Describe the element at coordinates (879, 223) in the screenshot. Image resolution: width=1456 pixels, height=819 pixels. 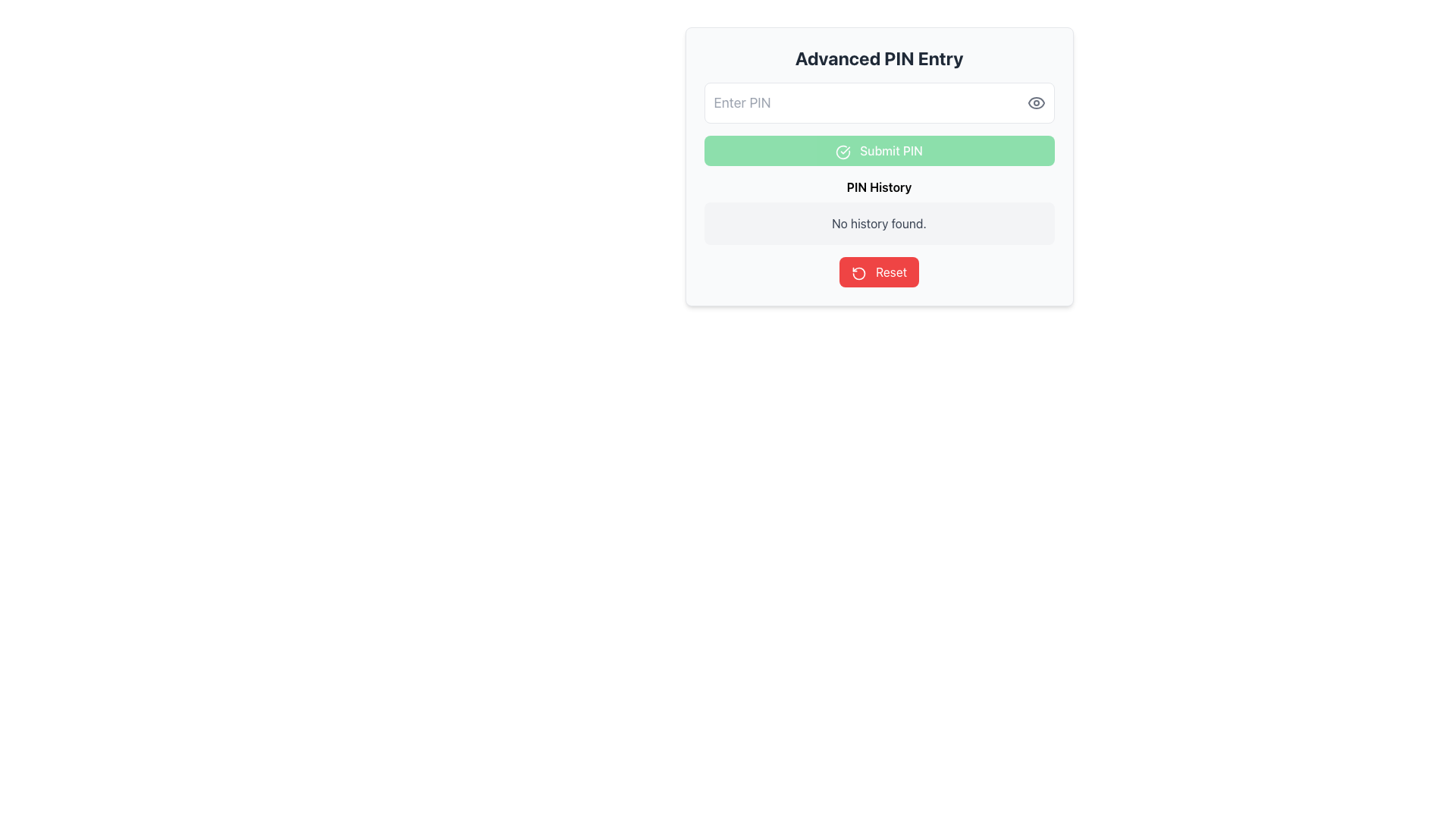
I see `the static text label displaying 'No history found.' located under the 'Submit PIN' button in the 'PIN History' section` at that location.